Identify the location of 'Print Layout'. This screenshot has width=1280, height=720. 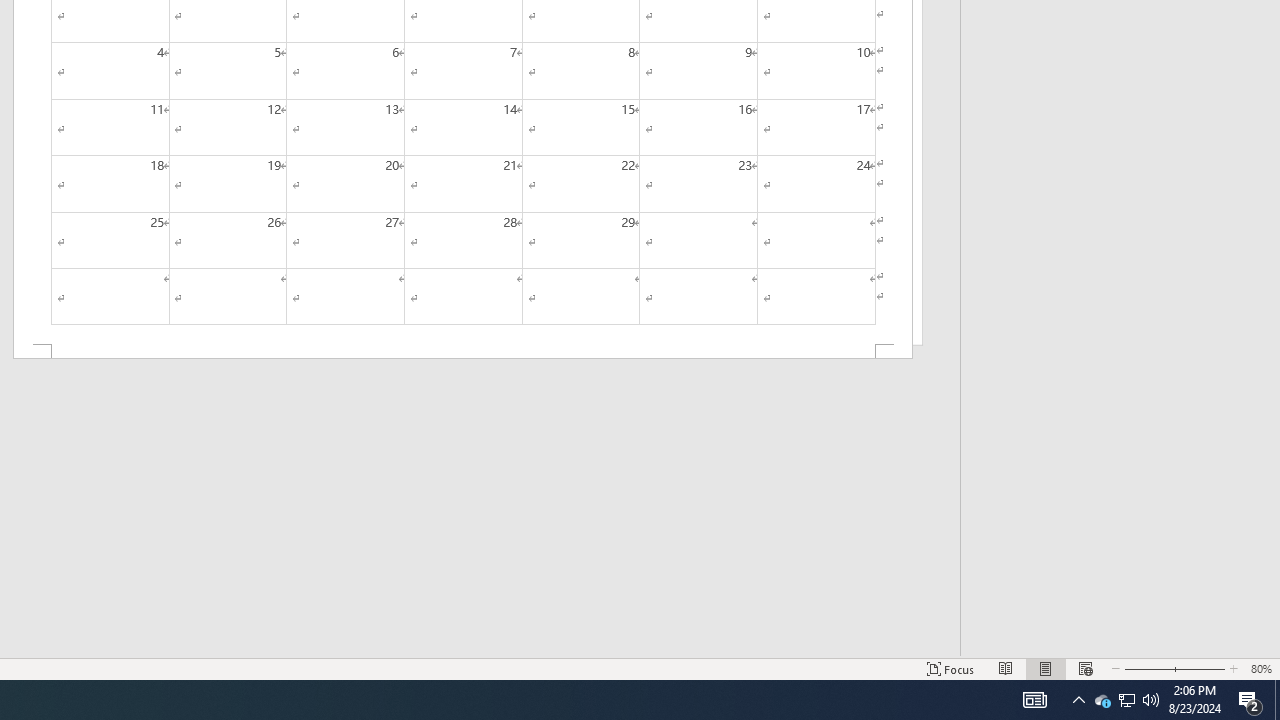
(1045, 669).